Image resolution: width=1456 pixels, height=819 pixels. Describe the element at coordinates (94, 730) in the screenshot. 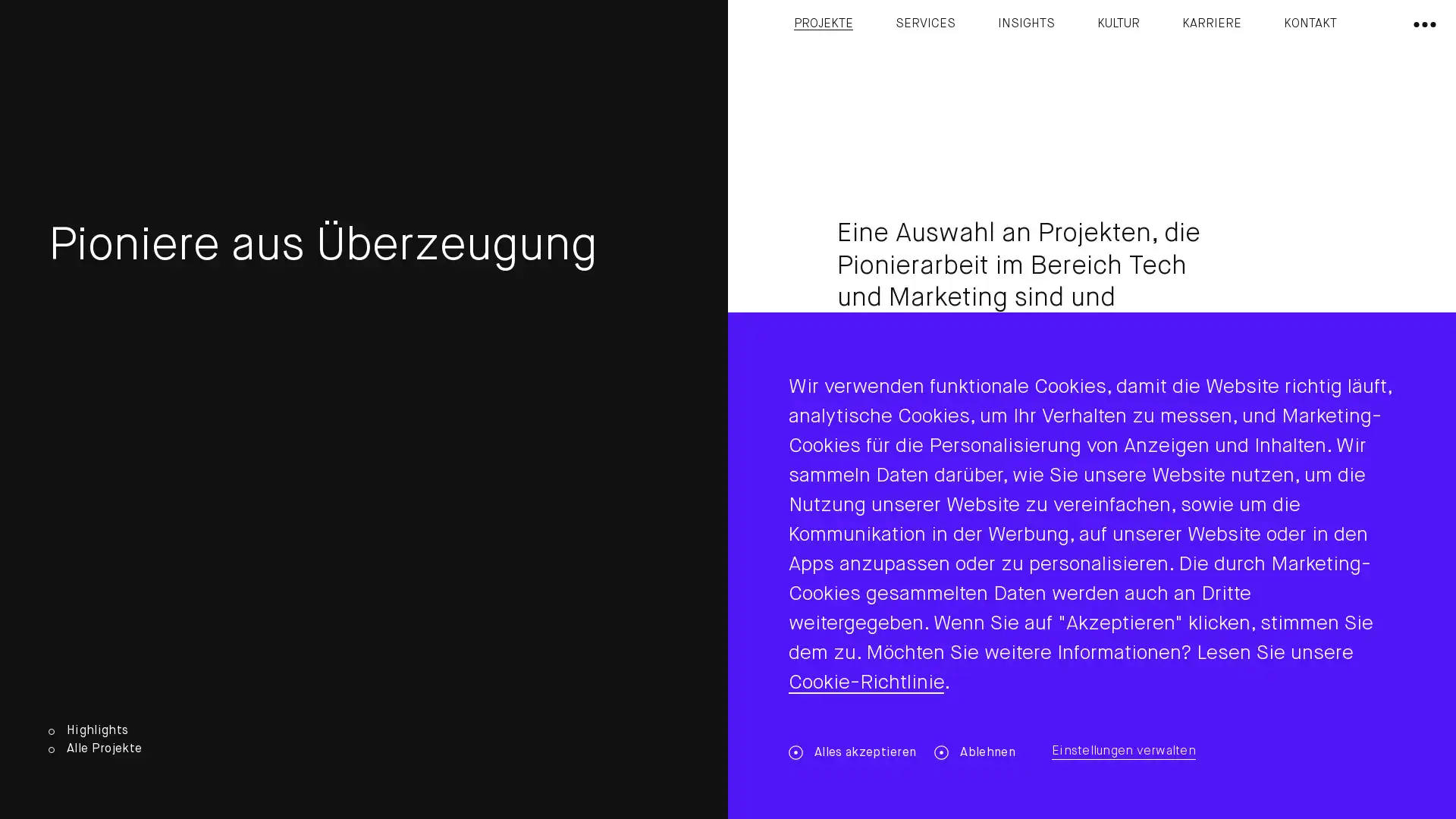

I see `Highlights` at that location.